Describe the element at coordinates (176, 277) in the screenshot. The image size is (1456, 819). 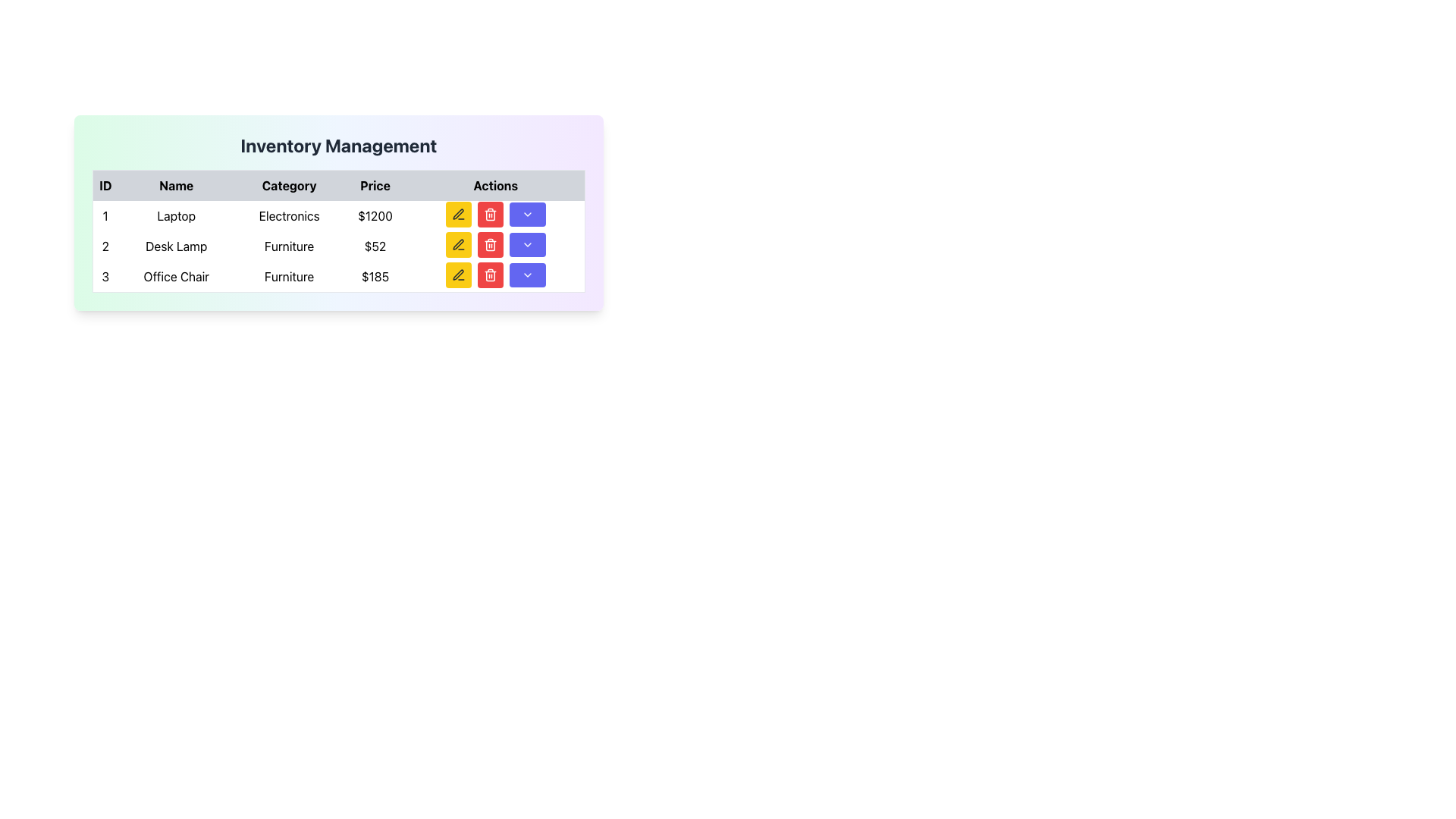
I see `the Table Cell Text in the third row under the header 'Name'` at that location.